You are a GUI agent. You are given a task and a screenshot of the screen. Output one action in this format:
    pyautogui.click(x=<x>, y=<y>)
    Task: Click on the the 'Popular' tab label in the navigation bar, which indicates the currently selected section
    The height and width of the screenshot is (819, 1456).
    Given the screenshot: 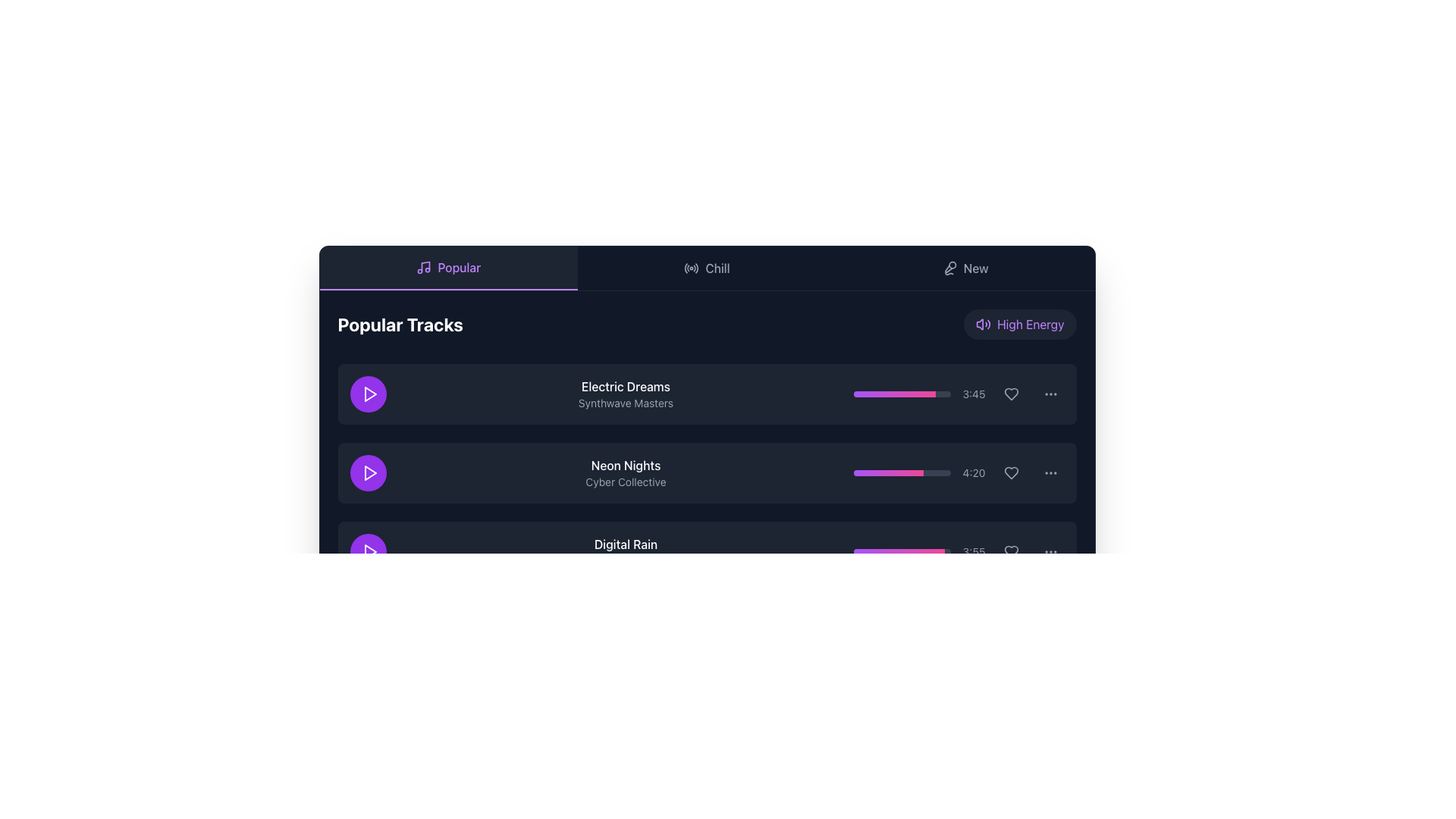 What is the action you would take?
    pyautogui.click(x=458, y=267)
    